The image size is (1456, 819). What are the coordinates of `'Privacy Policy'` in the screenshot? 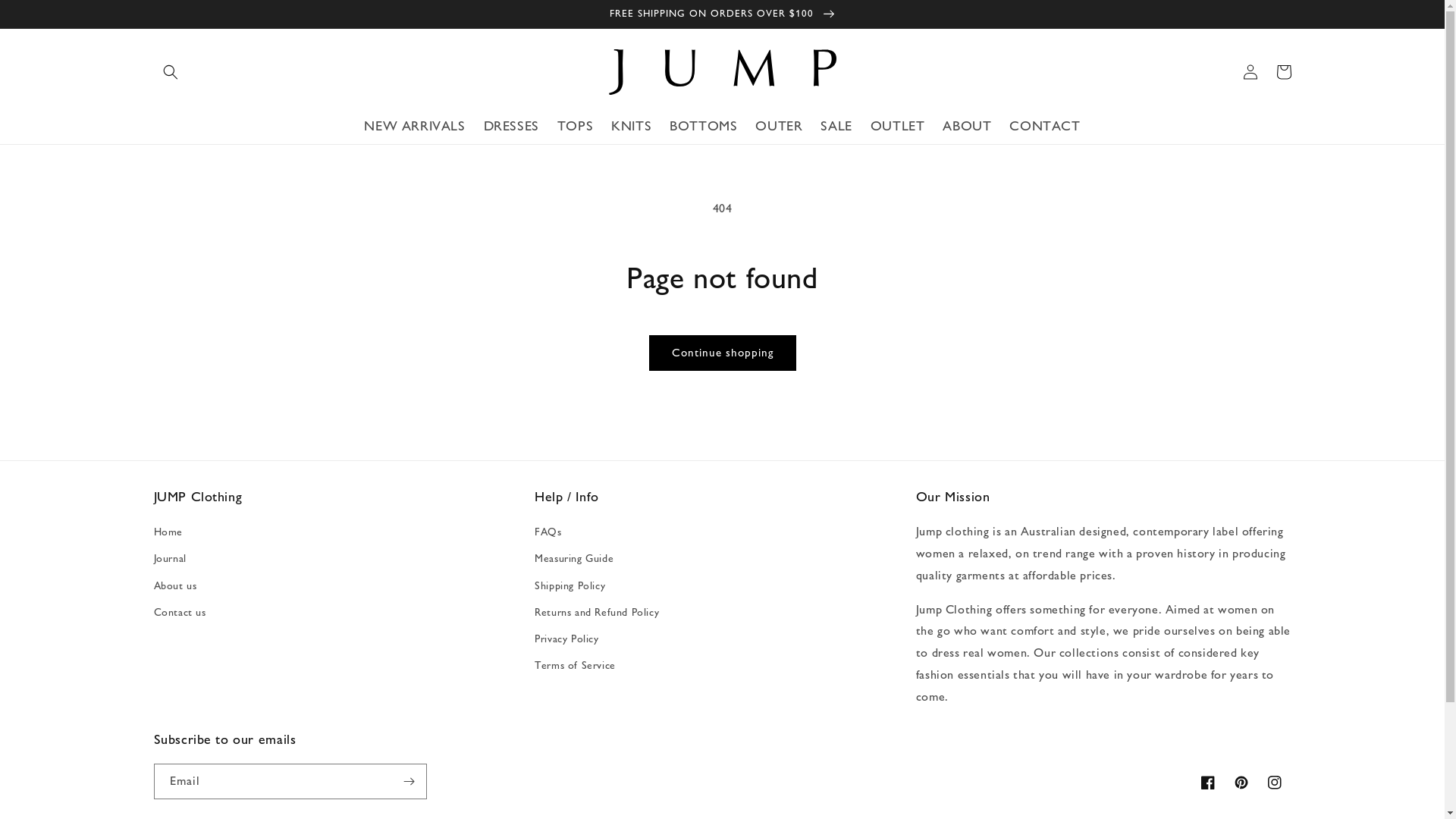 It's located at (566, 639).